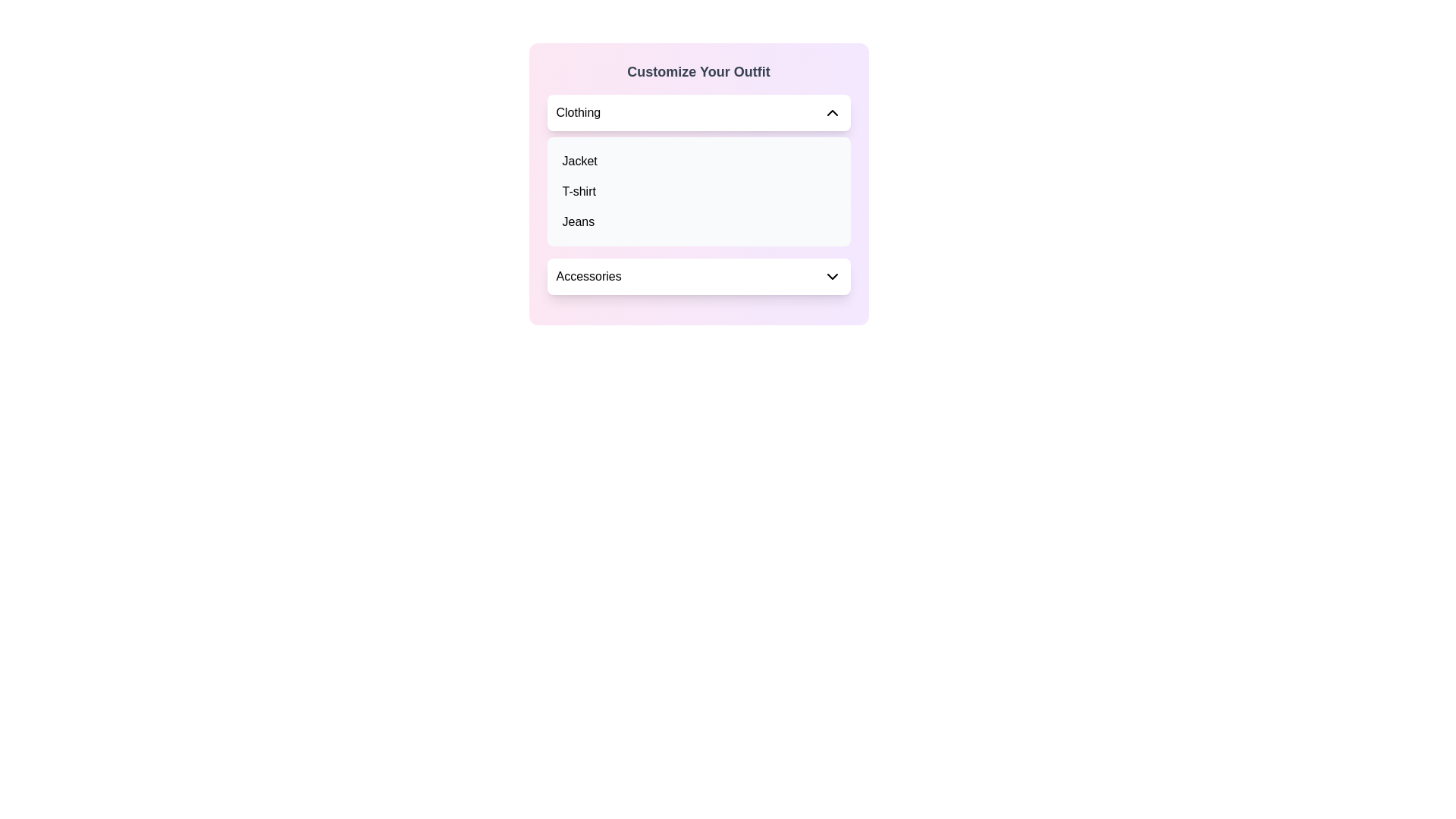 Image resolution: width=1456 pixels, height=819 pixels. What do you see at coordinates (698, 222) in the screenshot?
I see `the 'Jeans' option in the Clothing category menu to make a selection` at bounding box center [698, 222].